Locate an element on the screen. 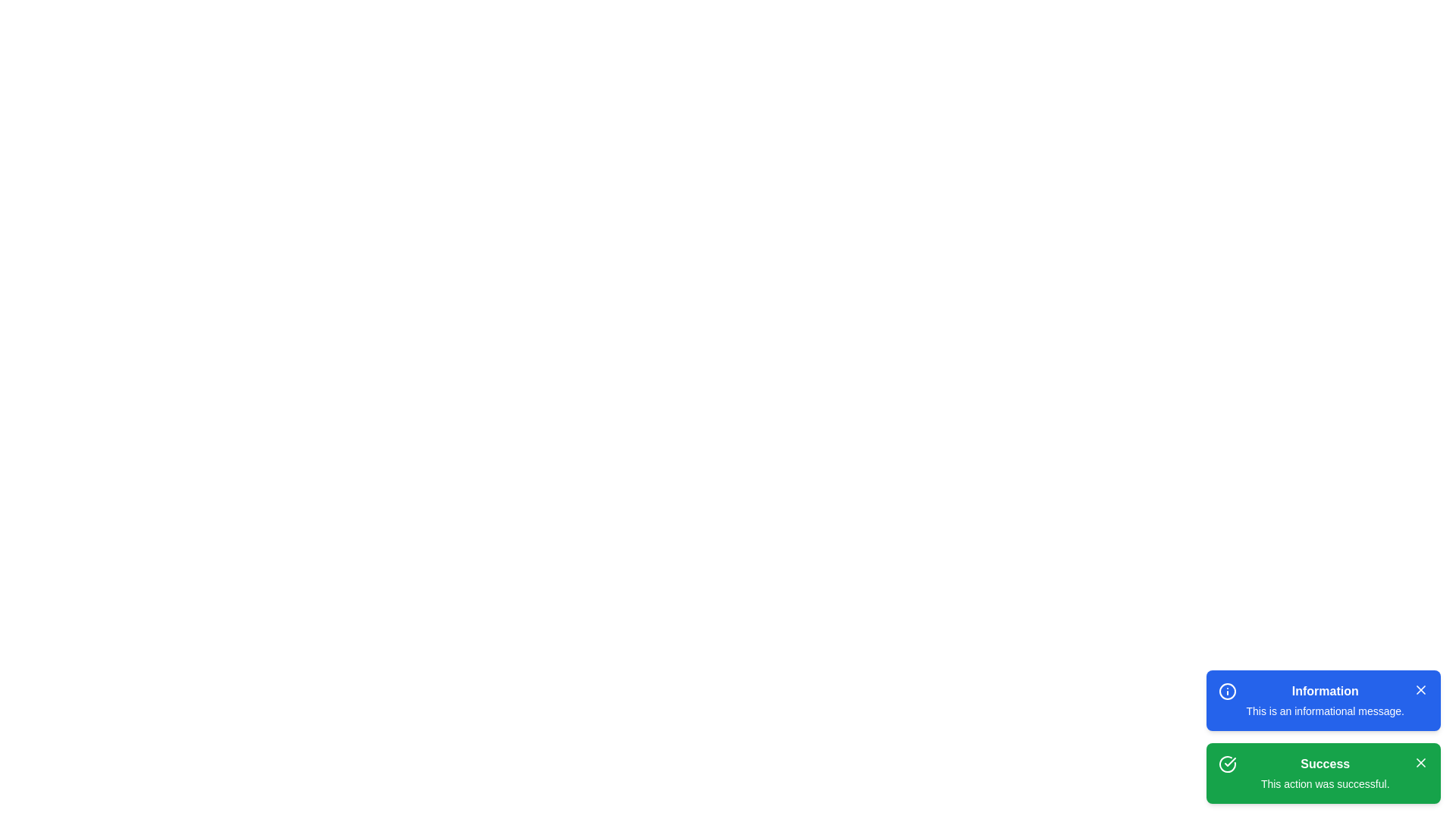  static text message 'This action was successful.' displayed in white on a green background located in the bottom right notification panel is located at coordinates (1324, 783).